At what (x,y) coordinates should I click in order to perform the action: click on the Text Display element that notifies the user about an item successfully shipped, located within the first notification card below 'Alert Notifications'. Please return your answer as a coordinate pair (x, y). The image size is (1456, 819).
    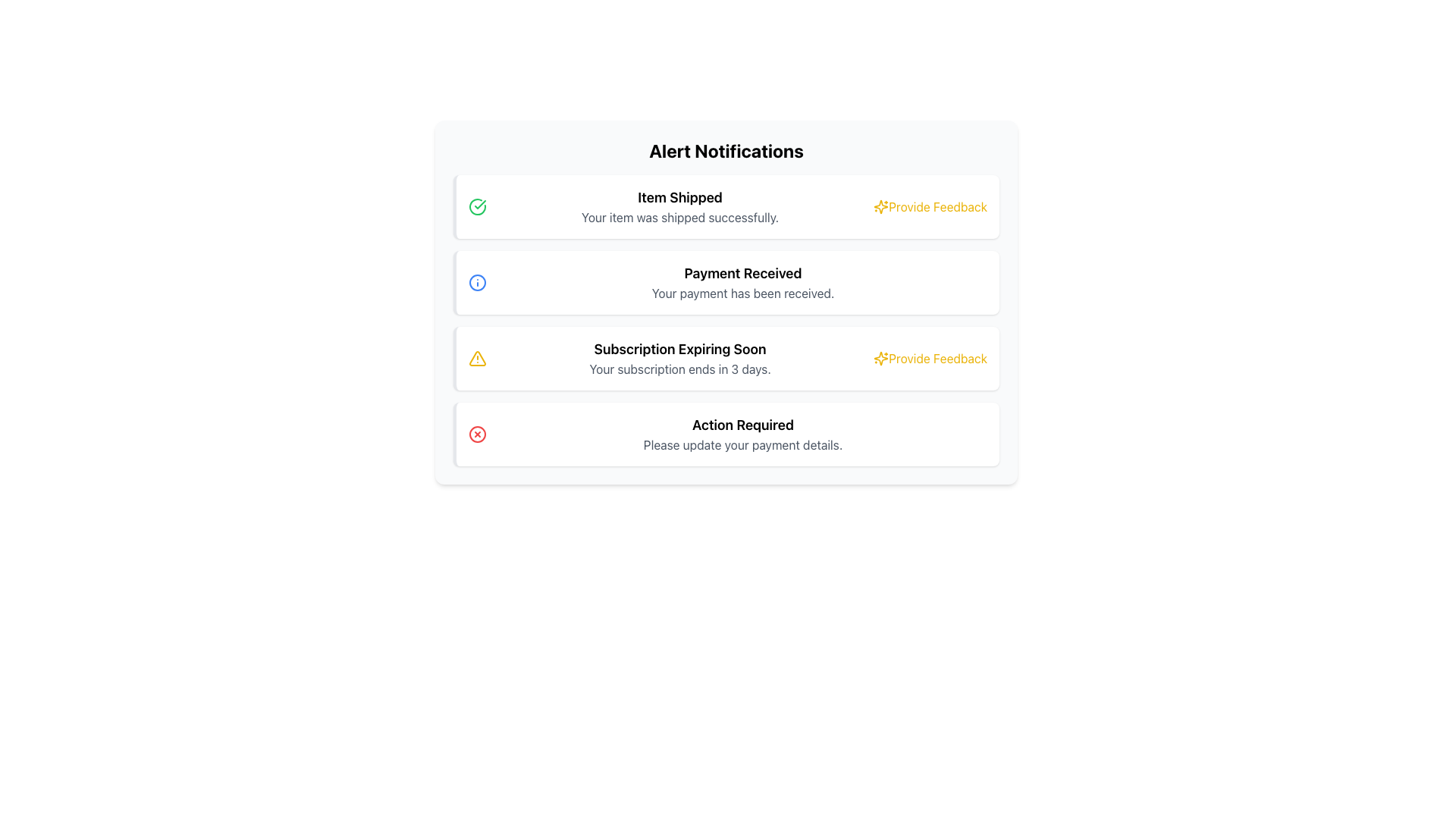
    Looking at the image, I should click on (679, 207).